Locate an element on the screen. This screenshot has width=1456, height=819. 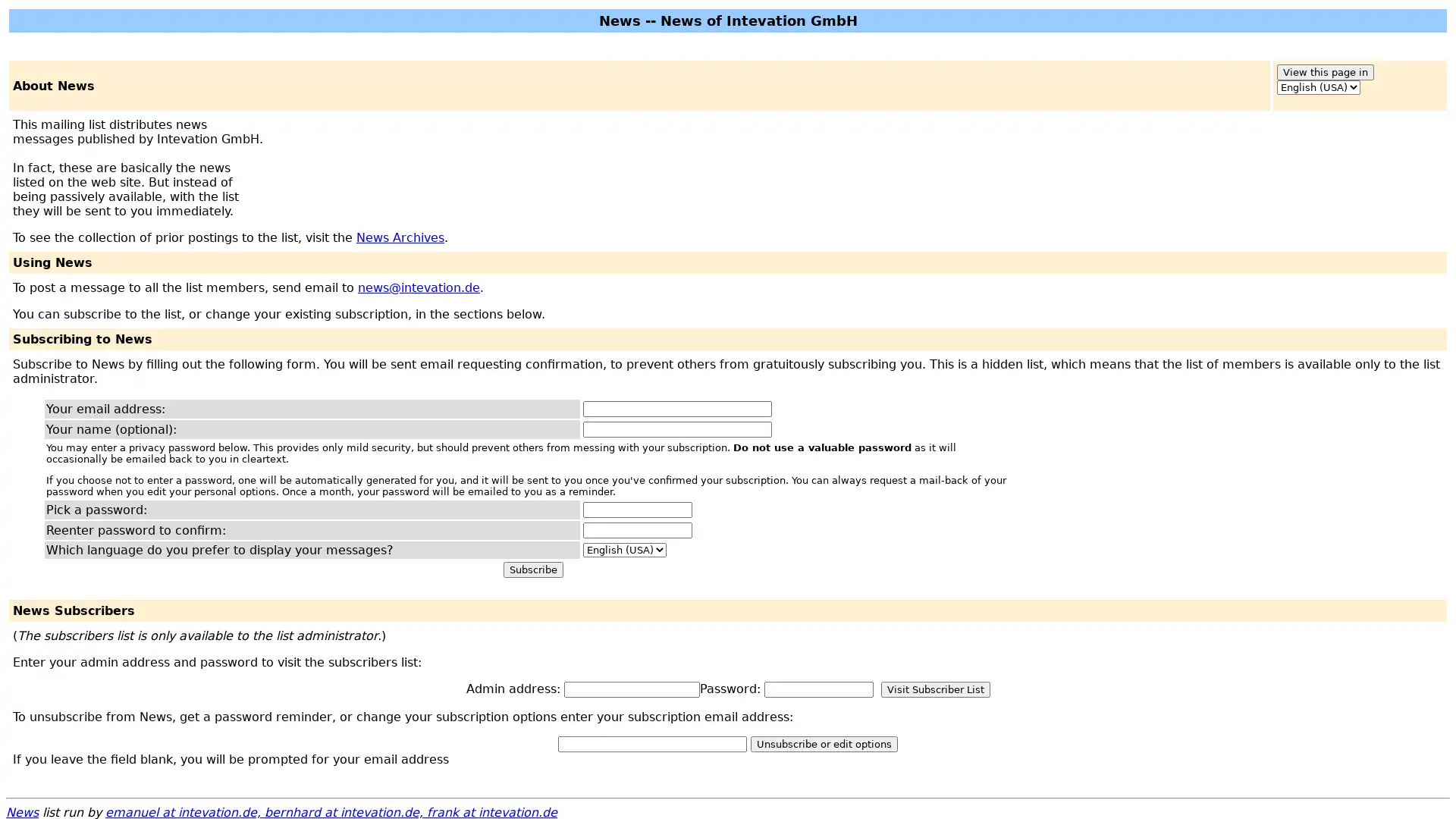
Visit Subscriber List is located at coordinates (934, 689).